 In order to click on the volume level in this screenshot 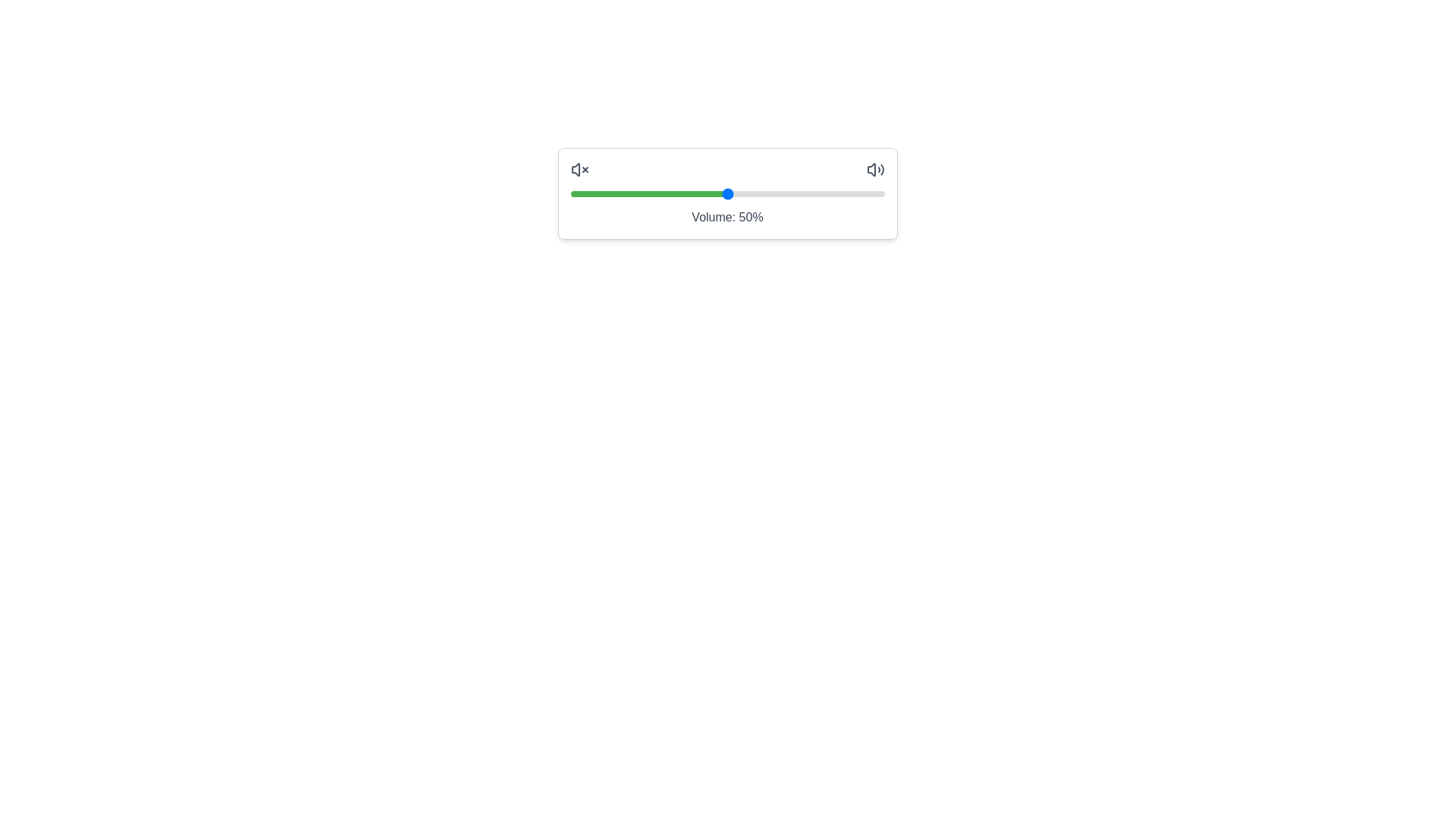, I will do `click(865, 193)`.